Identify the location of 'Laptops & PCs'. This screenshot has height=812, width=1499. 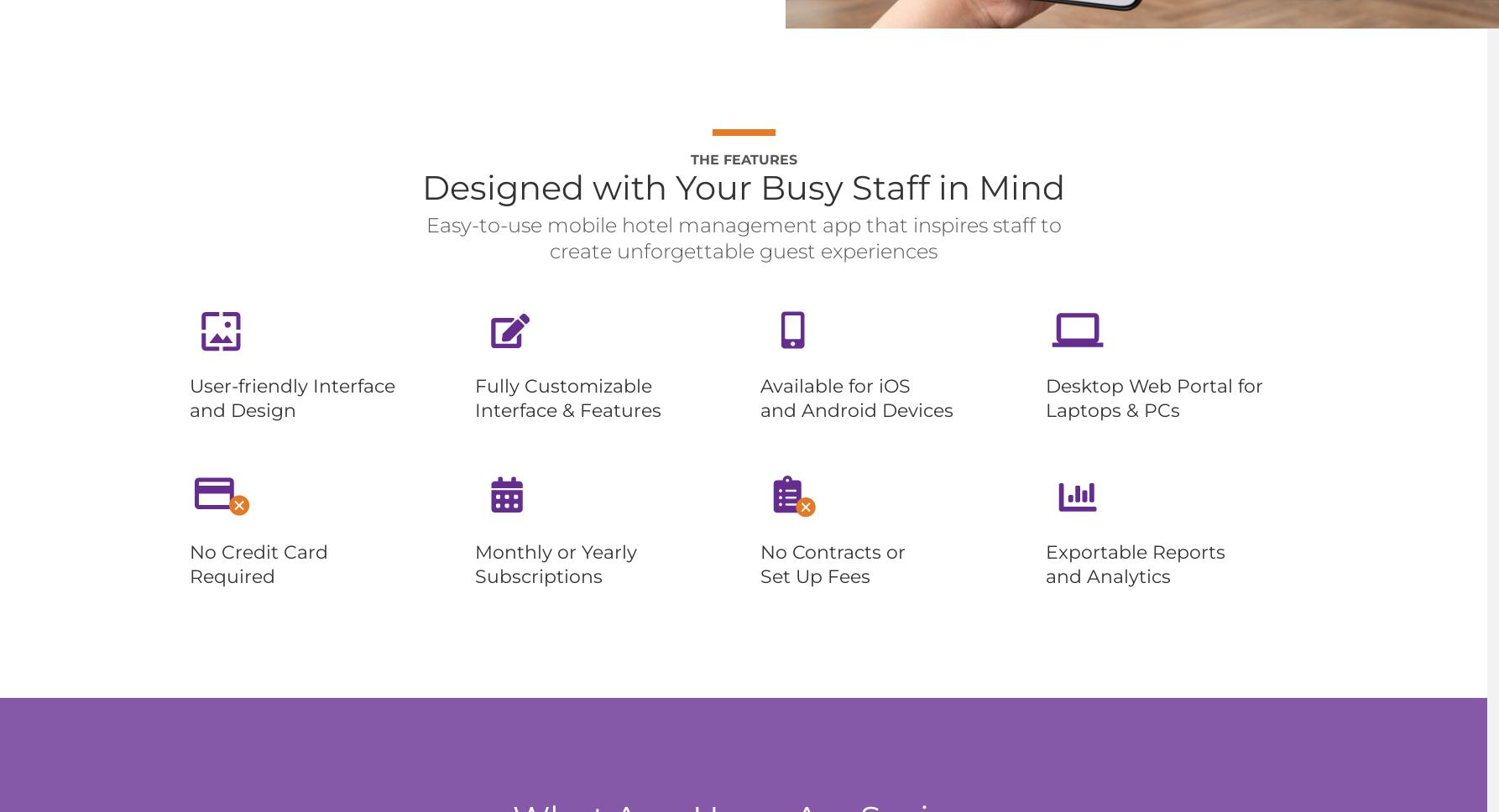
(1112, 409).